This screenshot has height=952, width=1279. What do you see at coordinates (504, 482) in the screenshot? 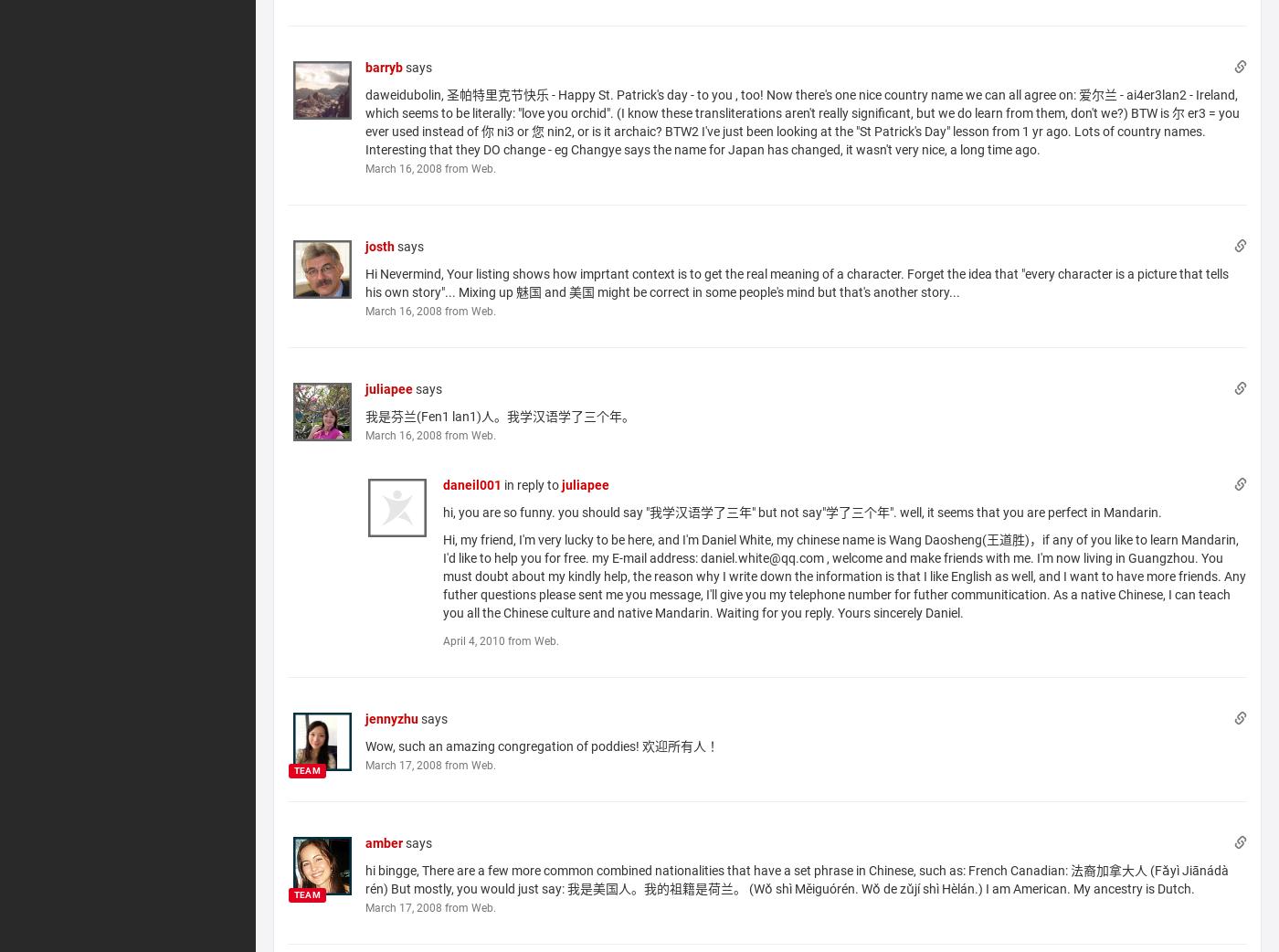
I see `'in reply to'` at bounding box center [504, 482].